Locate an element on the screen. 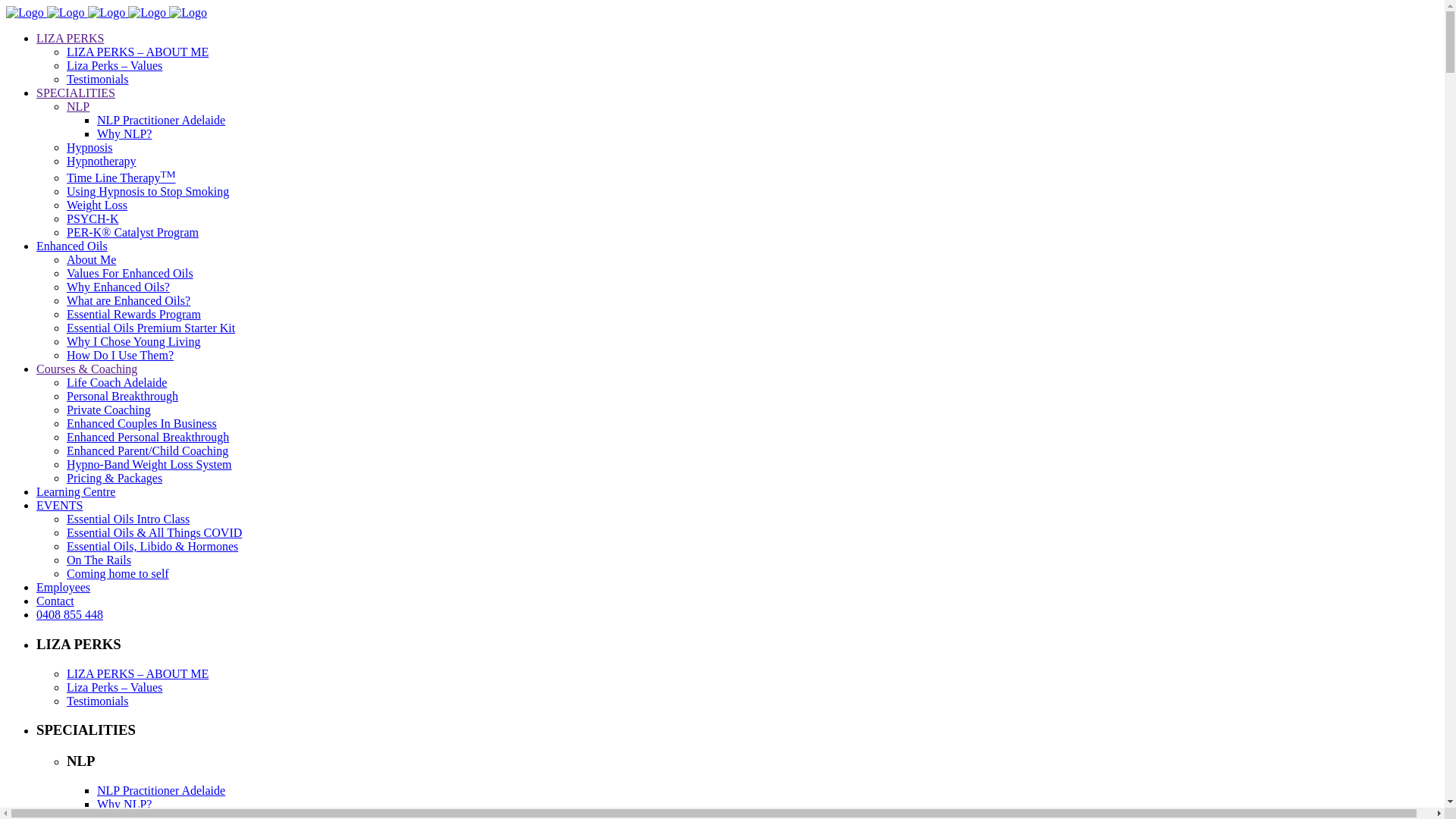 The height and width of the screenshot is (819, 1456). 'Essential Rewards Program' is located at coordinates (133, 313).